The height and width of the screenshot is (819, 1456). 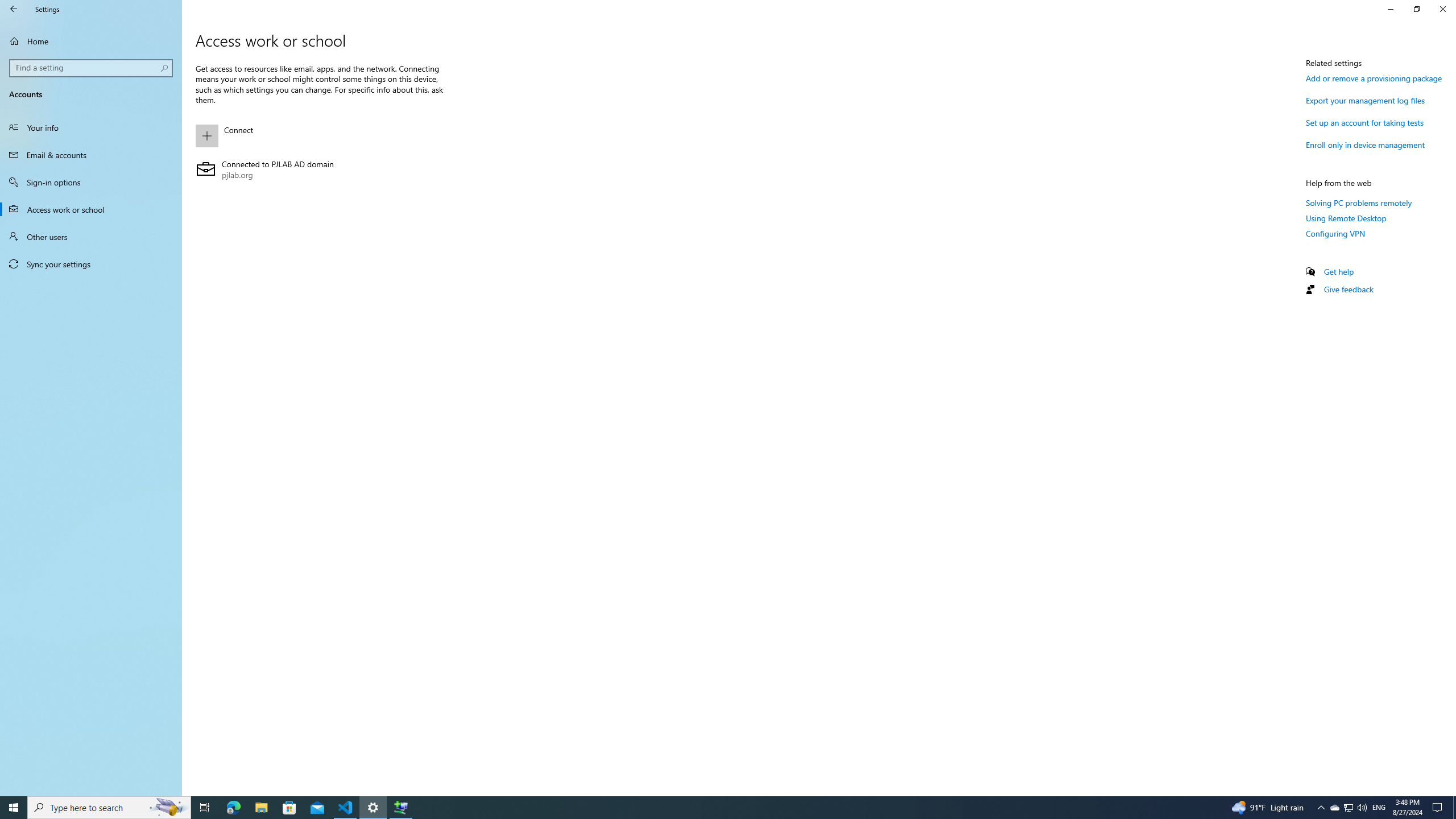 I want to click on 'Home', so click(x=90, y=41).